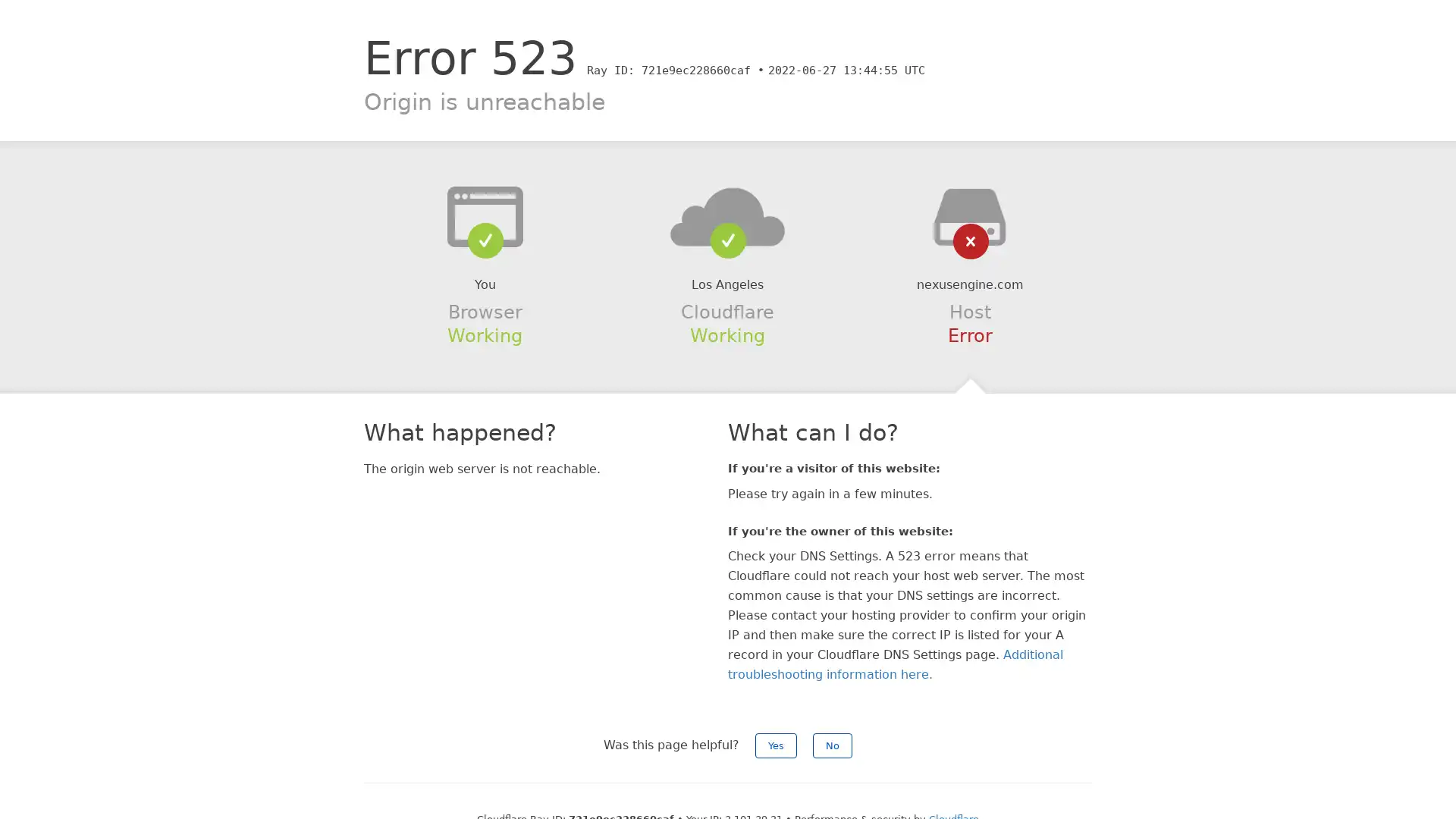  What do you see at coordinates (832, 745) in the screenshot?
I see `No` at bounding box center [832, 745].